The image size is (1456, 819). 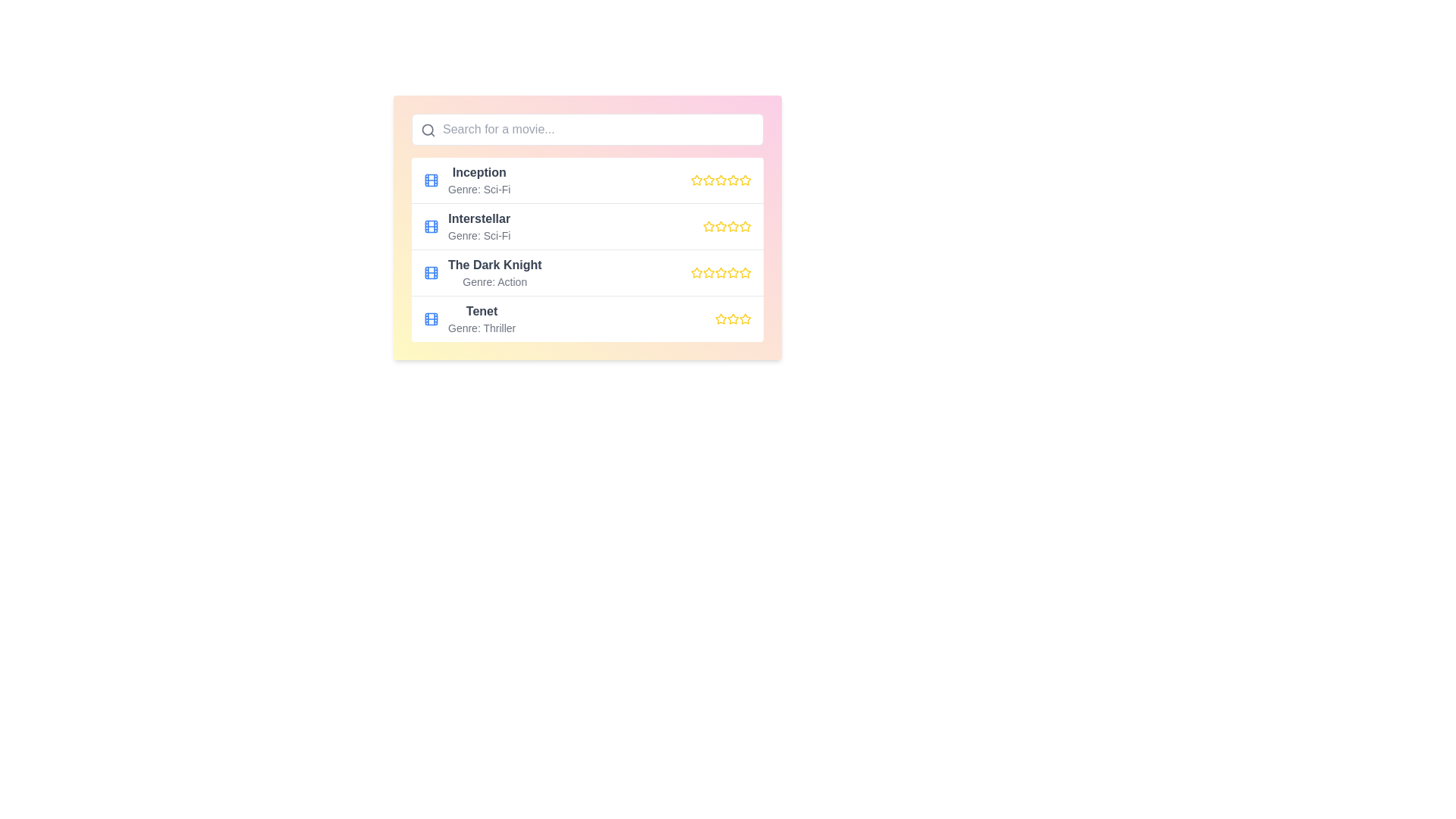 I want to click on the movie icon representing 'Interstellar', which is positioned as the leftmost element of the row preceding the text 'Interstellar' and the subtitle 'Genre: Sci-Fi', so click(x=431, y=227).